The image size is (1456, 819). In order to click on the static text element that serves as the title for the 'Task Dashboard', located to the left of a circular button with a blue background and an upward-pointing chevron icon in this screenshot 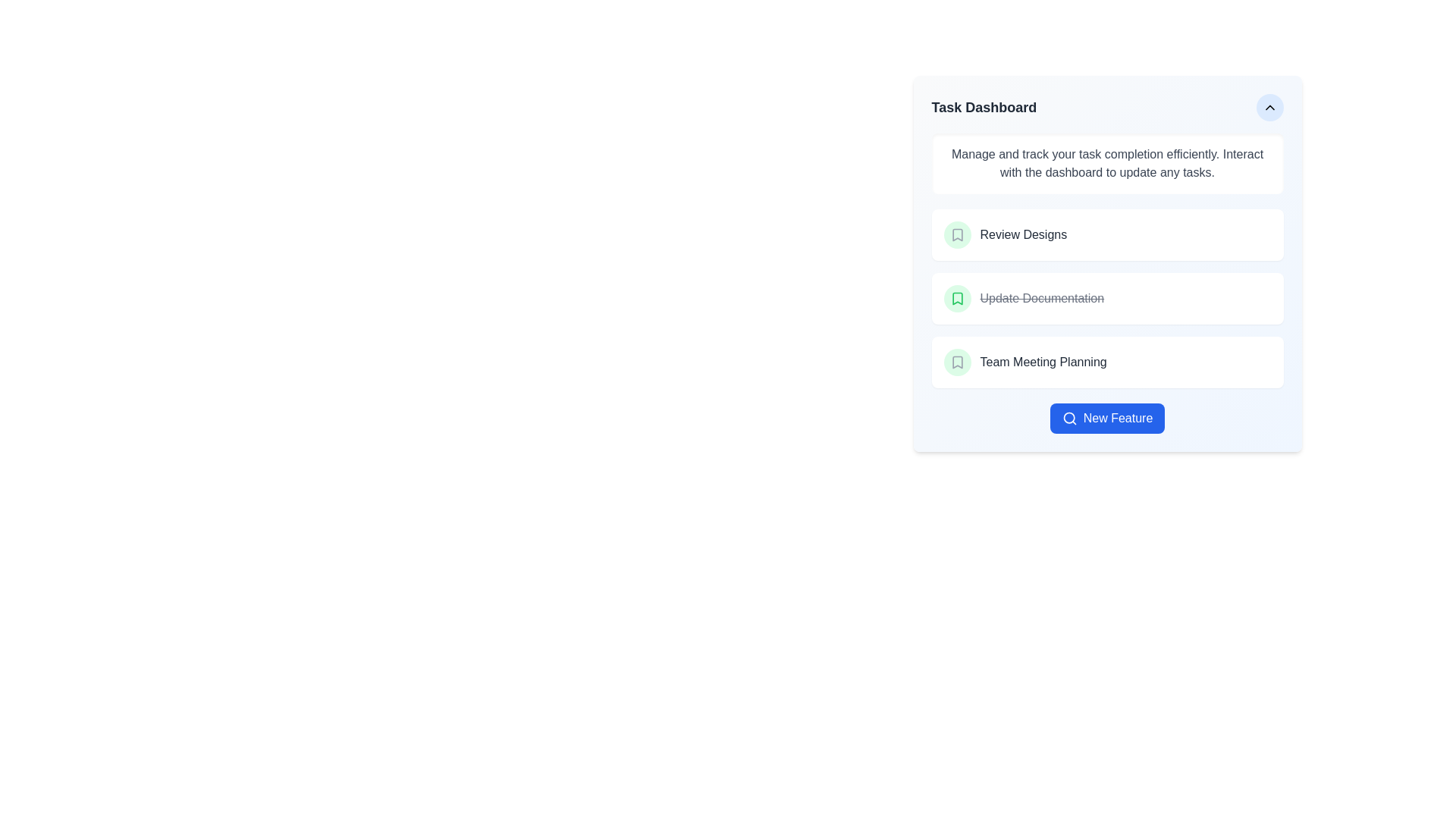, I will do `click(984, 107)`.